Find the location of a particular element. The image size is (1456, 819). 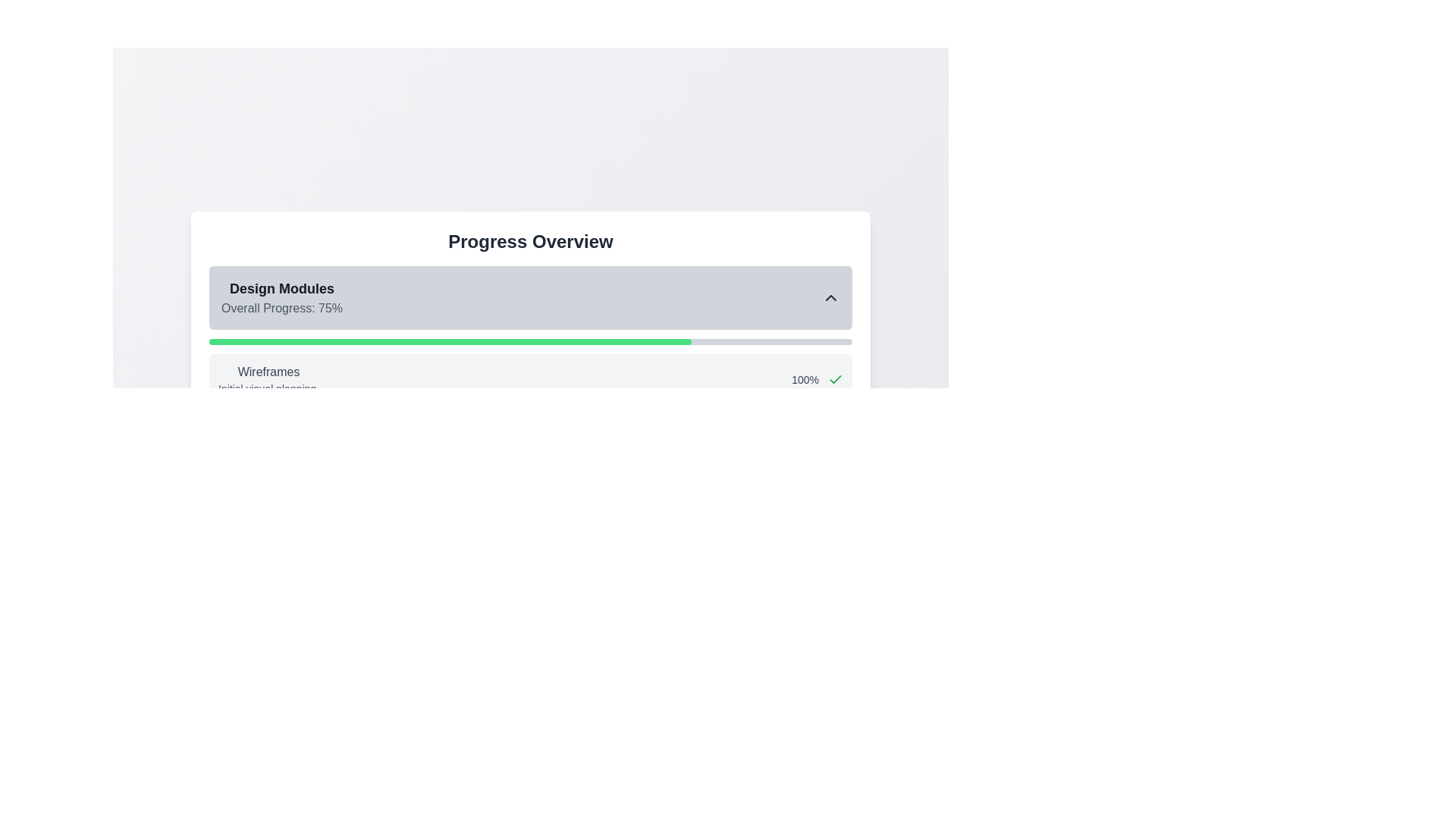

the title label element located above the 'Initial visual planning' text in the top left of the module card is located at coordinates (268, 372).